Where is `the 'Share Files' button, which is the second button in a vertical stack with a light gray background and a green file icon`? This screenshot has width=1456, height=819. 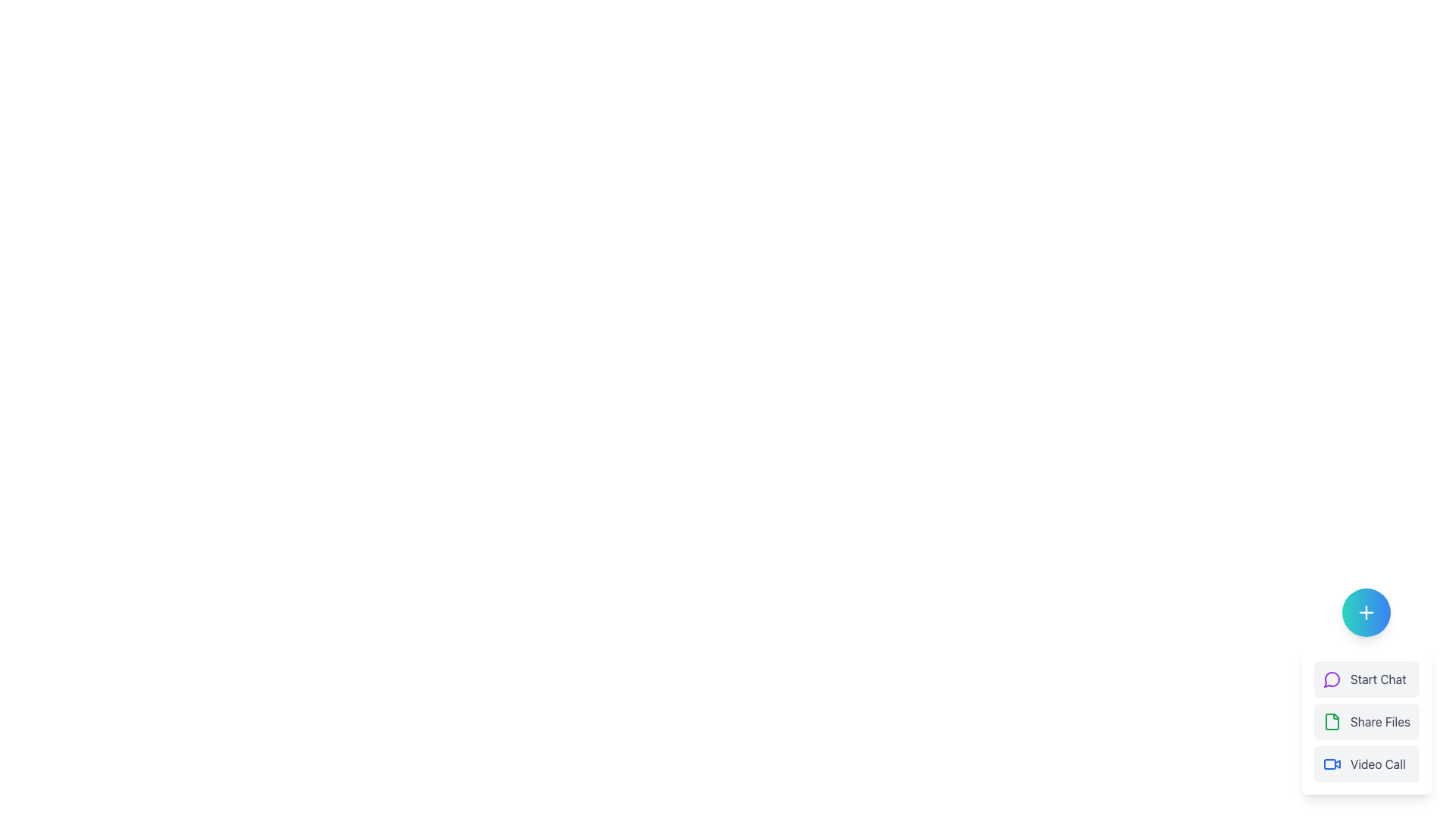
the 'Share Files' button, which is the second button in a vertical stack with a light gray background and a green file icon is located at coordinates (1367, 721).